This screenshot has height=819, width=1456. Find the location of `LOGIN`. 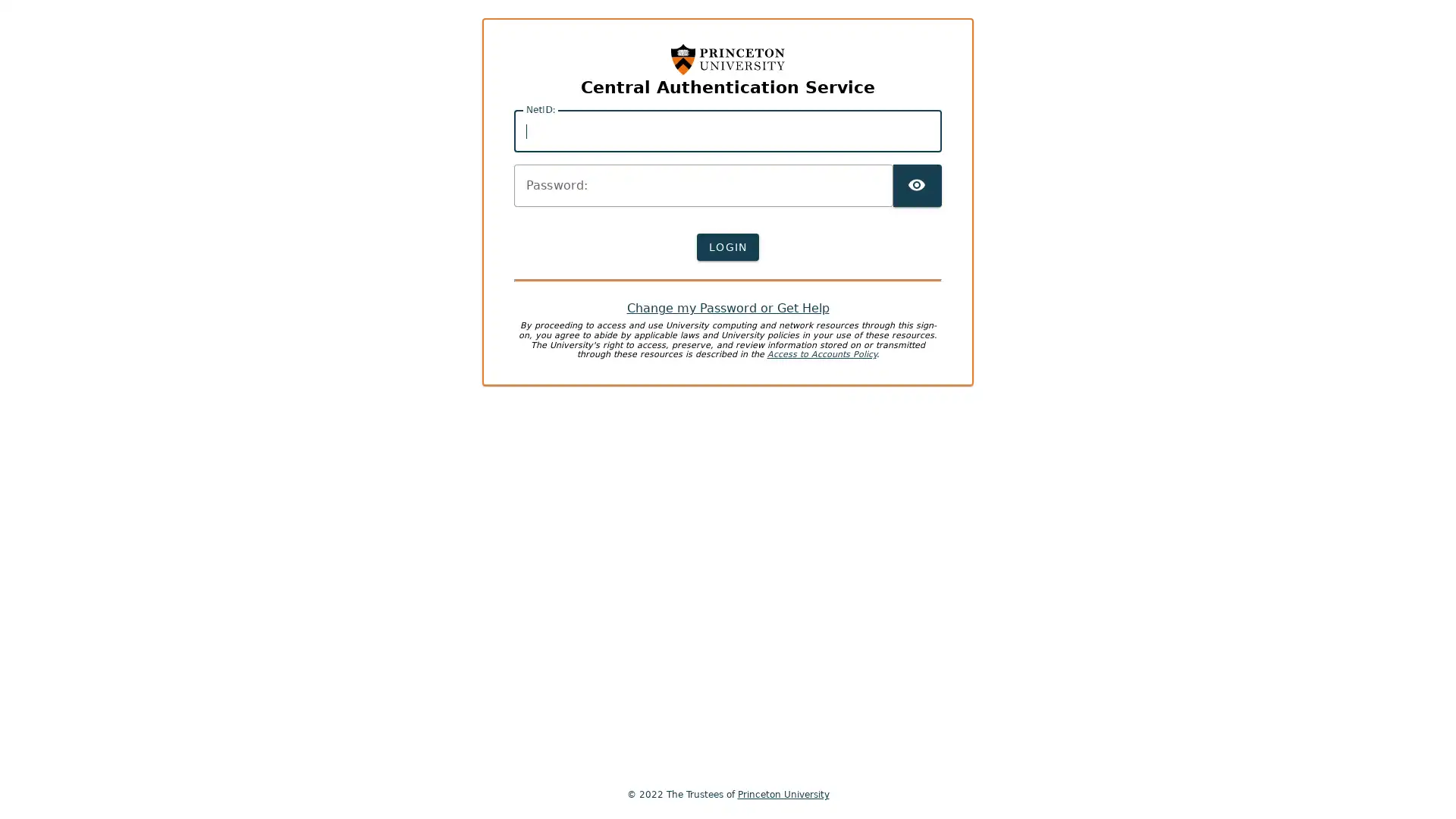

LOGIN is located at coordinates (726, 245).